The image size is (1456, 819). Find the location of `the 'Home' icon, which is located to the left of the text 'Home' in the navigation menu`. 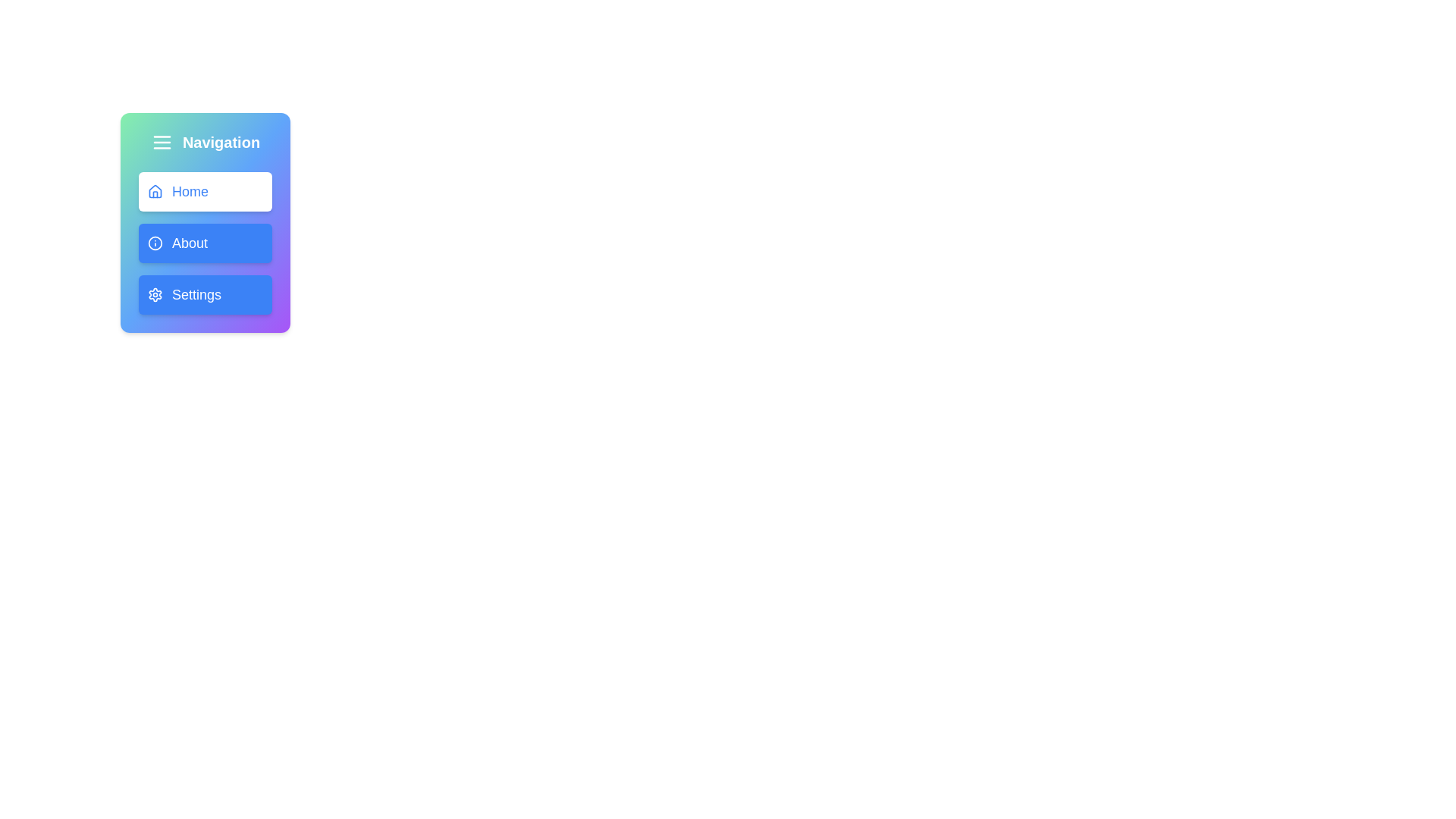

the 'Home' icon, which is located to the left of the text 'Home' in the navigation menu is located at coordinates (155, 191).